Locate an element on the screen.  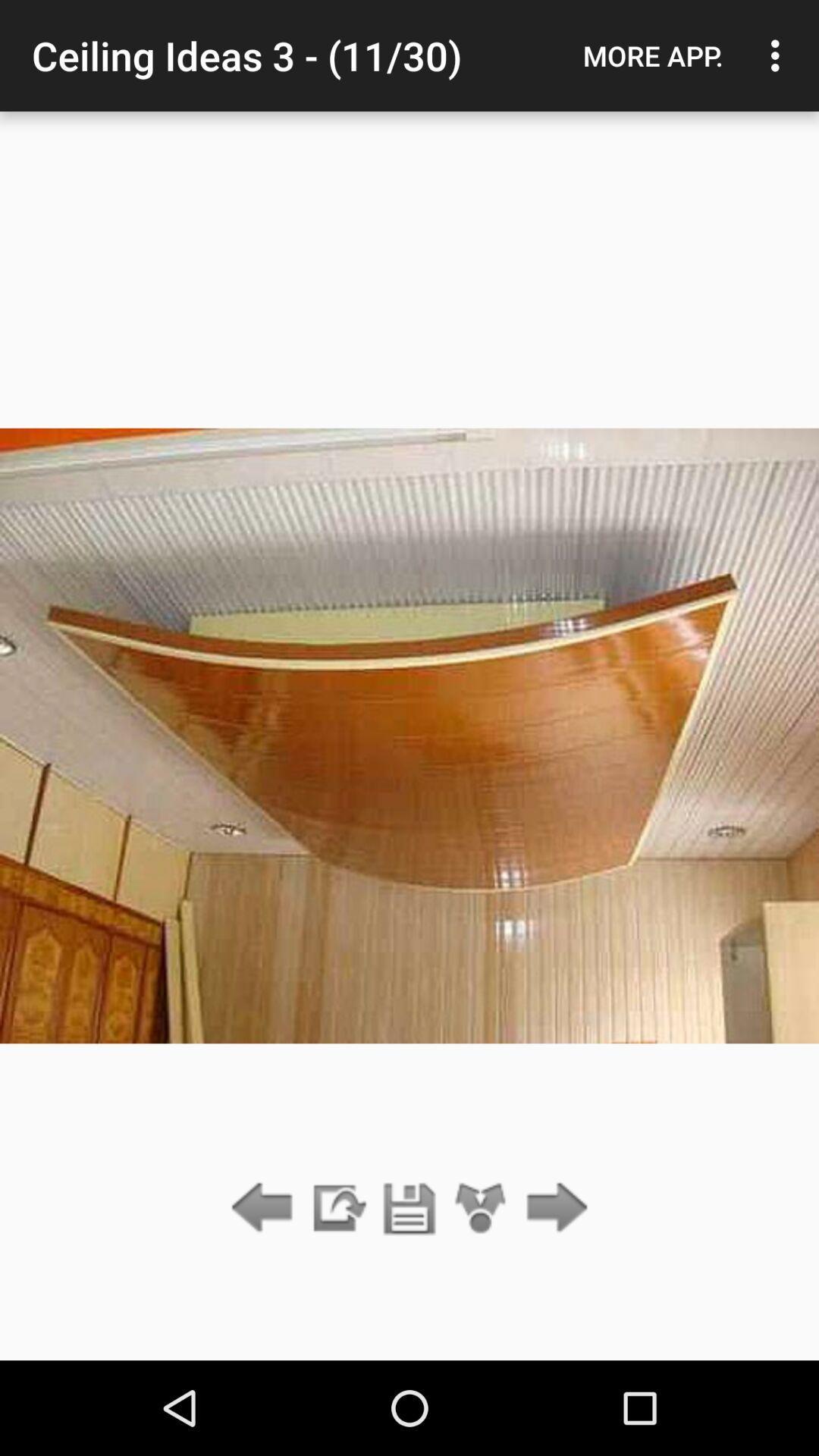
previous is located at coordinates (265, 1208).